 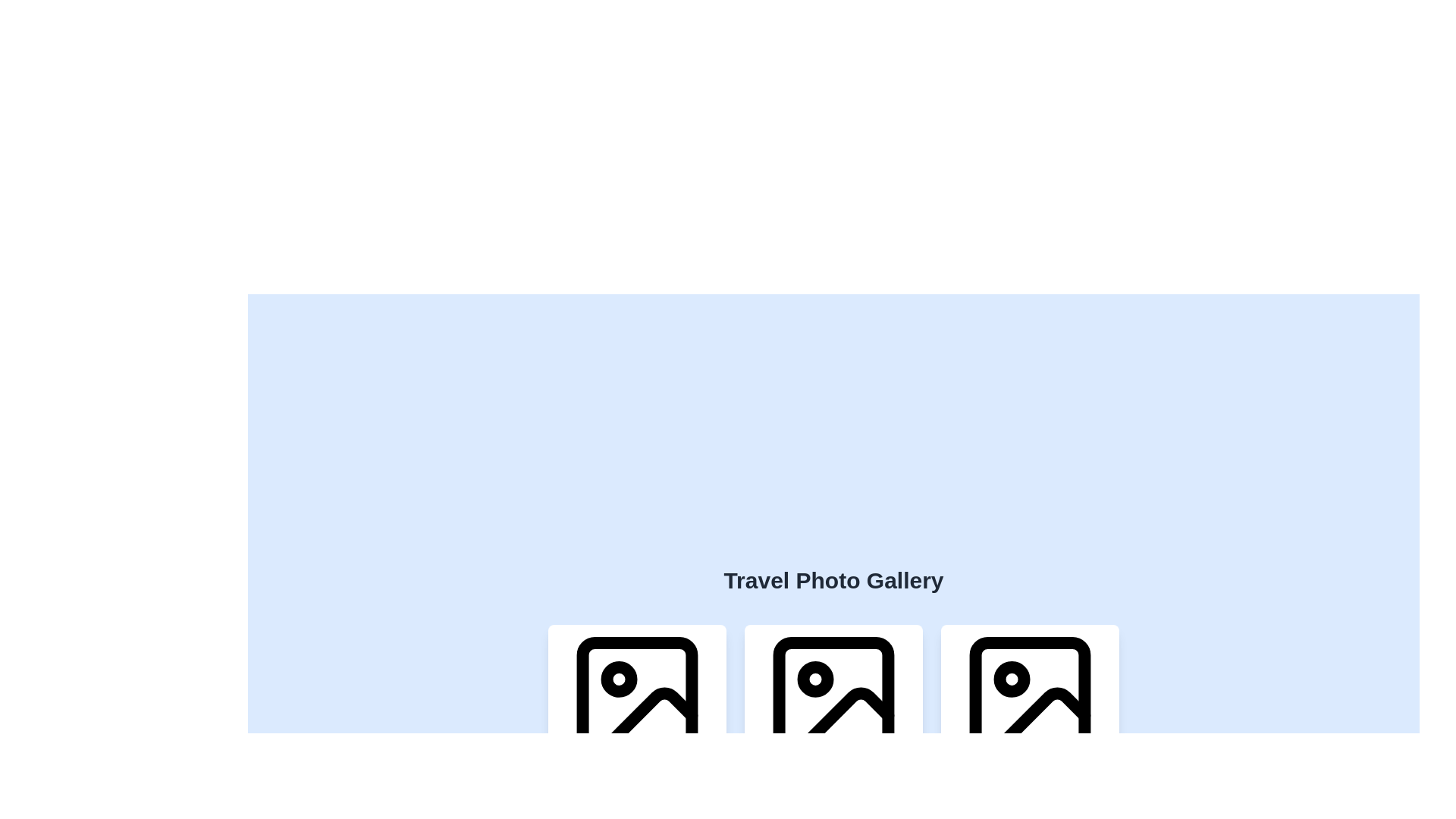 I want to click on the circular marker located in the upper-left section of the photo image icon that features a mountain silhouette and a sun or moon symbol, so click(x=619, y=678).